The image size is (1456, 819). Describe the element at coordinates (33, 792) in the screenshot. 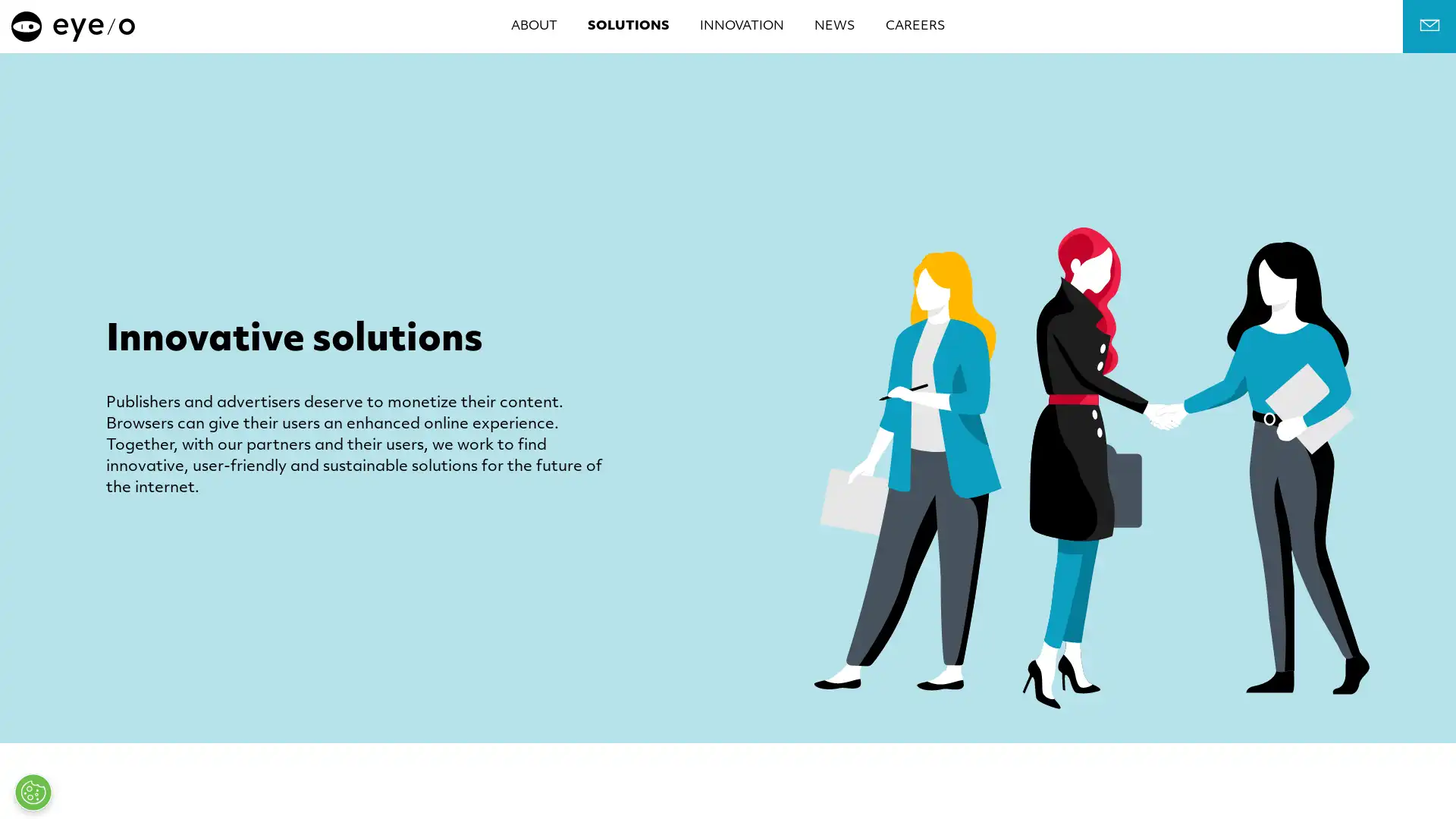

I see `Open Preferences` at that location.